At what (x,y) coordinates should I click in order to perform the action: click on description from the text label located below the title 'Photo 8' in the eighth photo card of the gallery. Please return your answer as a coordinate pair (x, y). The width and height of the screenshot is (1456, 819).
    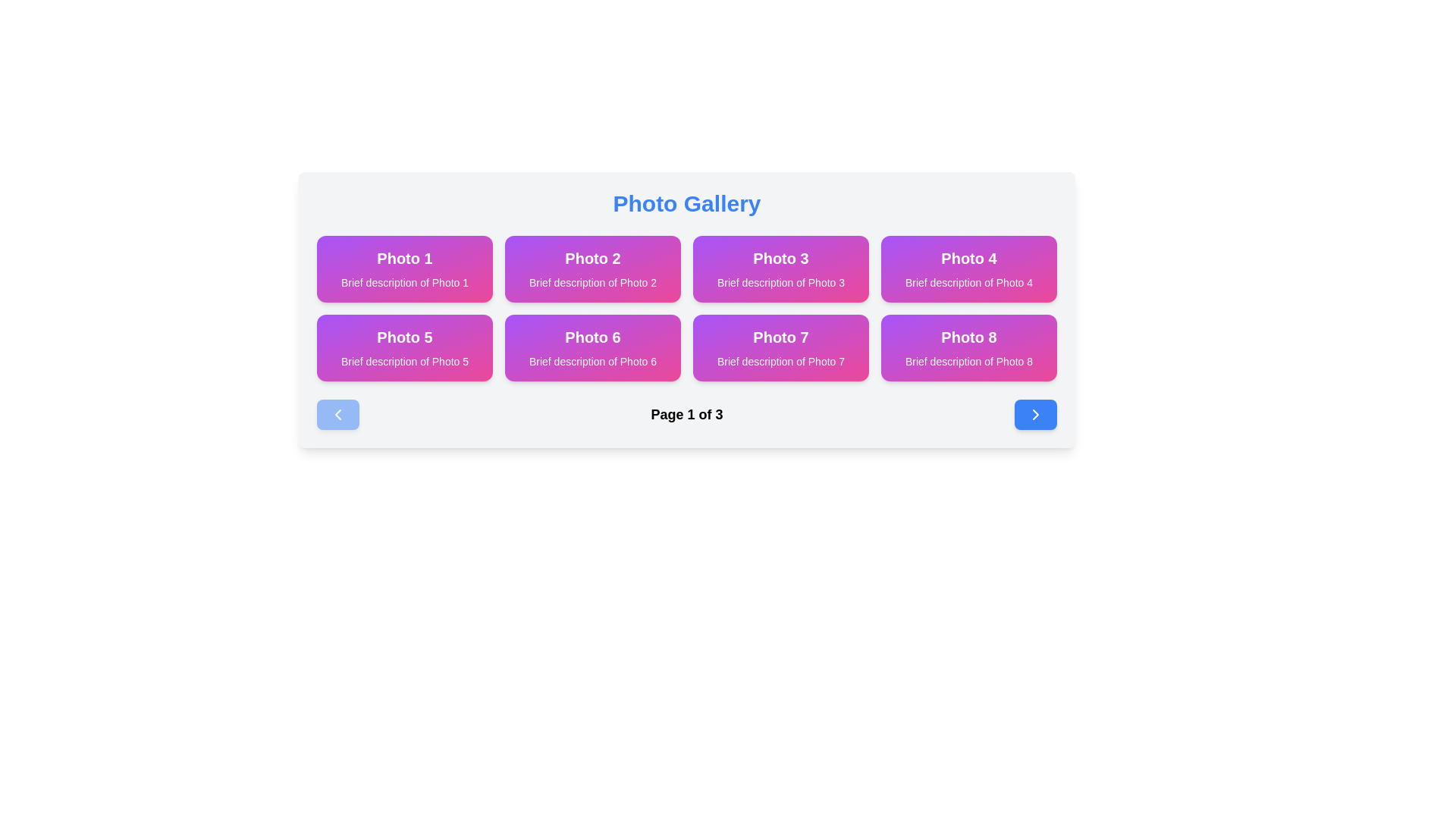
    Looking at the image, I should click on (968, 362).